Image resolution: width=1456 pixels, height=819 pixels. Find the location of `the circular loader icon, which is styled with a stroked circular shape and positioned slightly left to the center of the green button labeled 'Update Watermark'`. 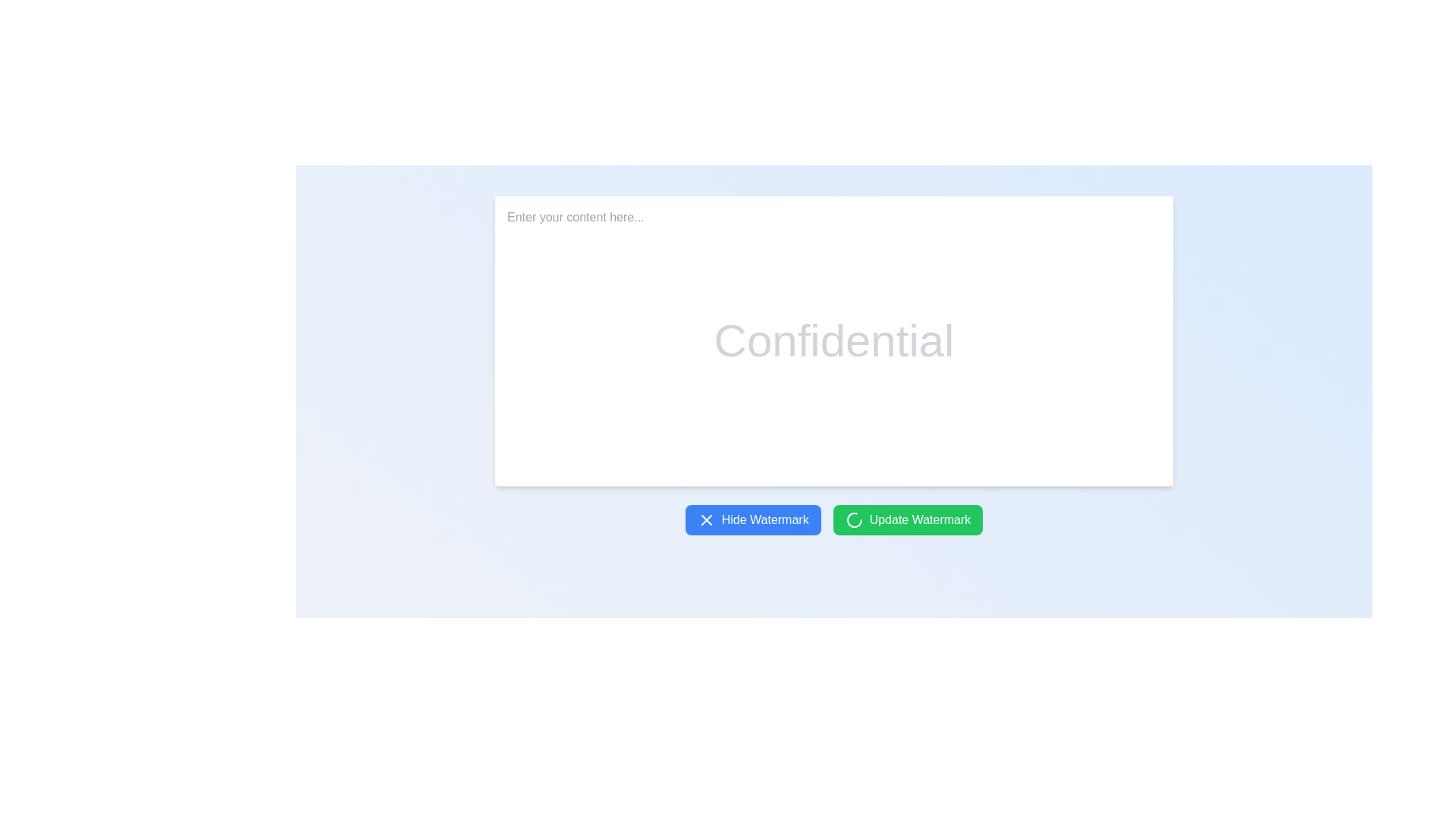

the circular loader icon, which is styled with a stroked circular shape and positioned slightly left to the center of the green button labeled 'Update Watermark' is located at coordinates (854, 519).